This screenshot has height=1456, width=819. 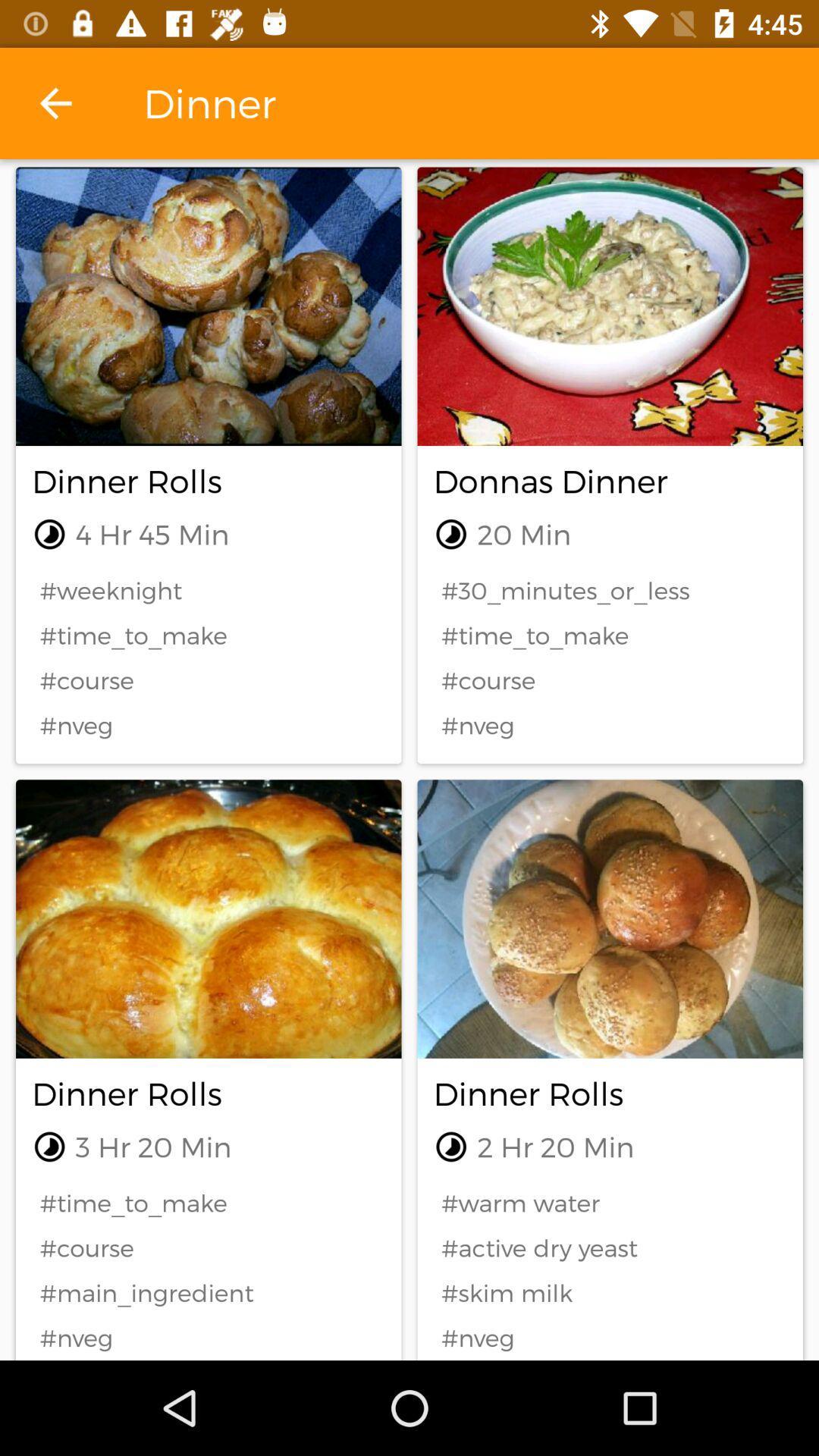 What do you see at coordinates (209, 1292) in the screenshot?
I see `#main_ingredient` at bounding box center [209, 1292].